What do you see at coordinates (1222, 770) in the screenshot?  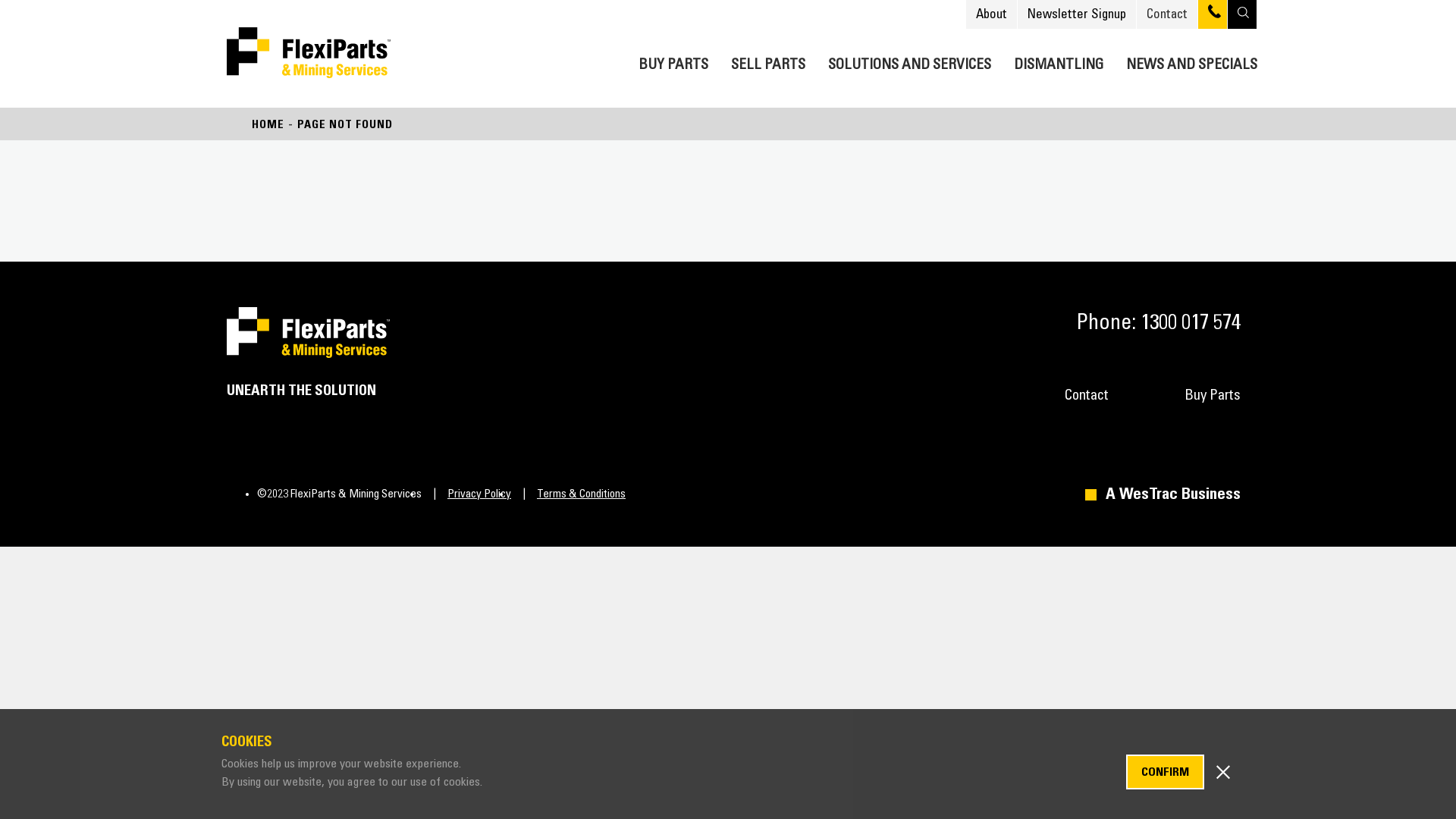 I see `'X'` at bounding box center [1222, 770].